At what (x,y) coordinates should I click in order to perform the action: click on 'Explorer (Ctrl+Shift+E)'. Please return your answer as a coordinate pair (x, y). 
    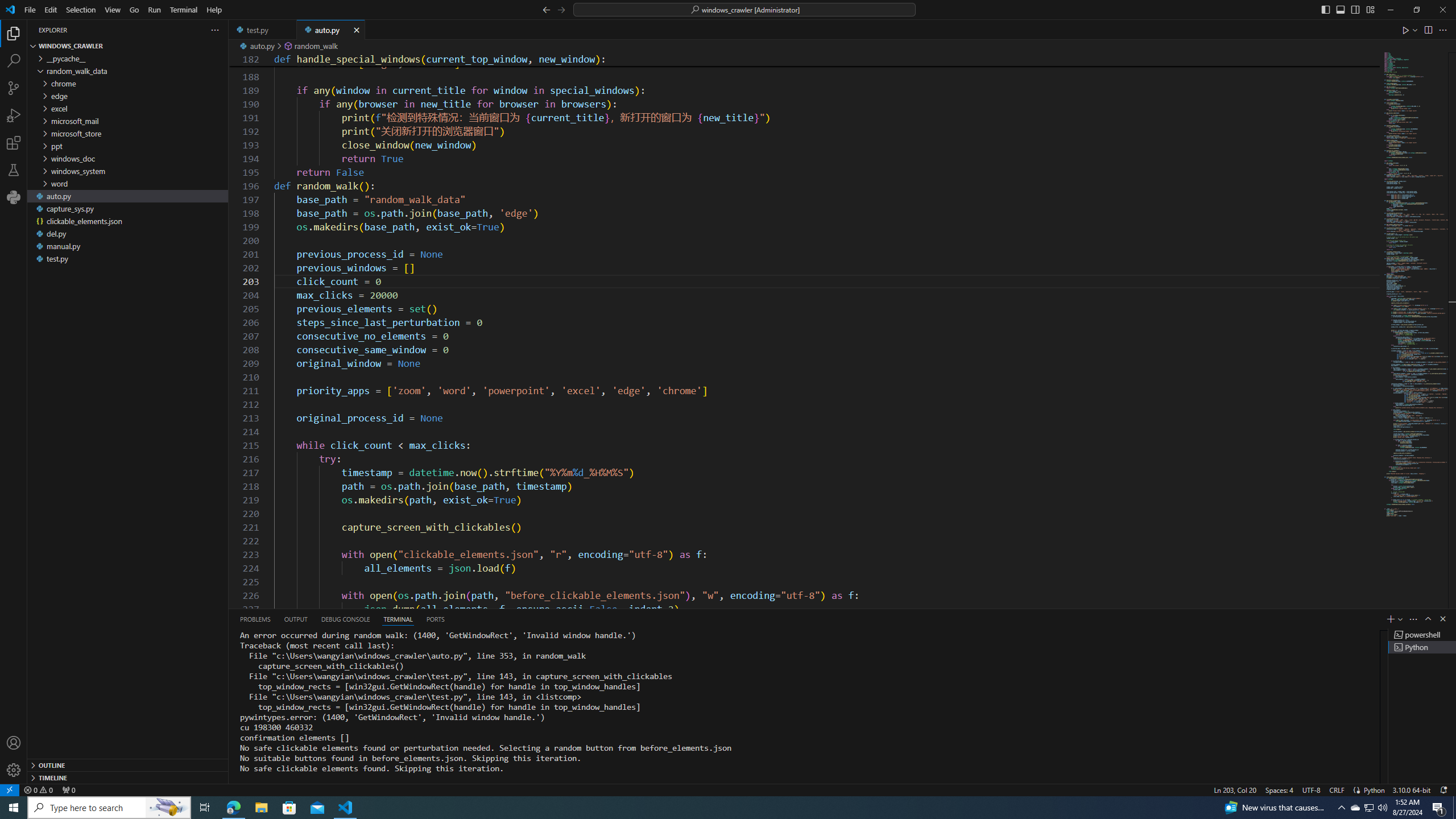
    Looking at the image, I should click on (14, 33).